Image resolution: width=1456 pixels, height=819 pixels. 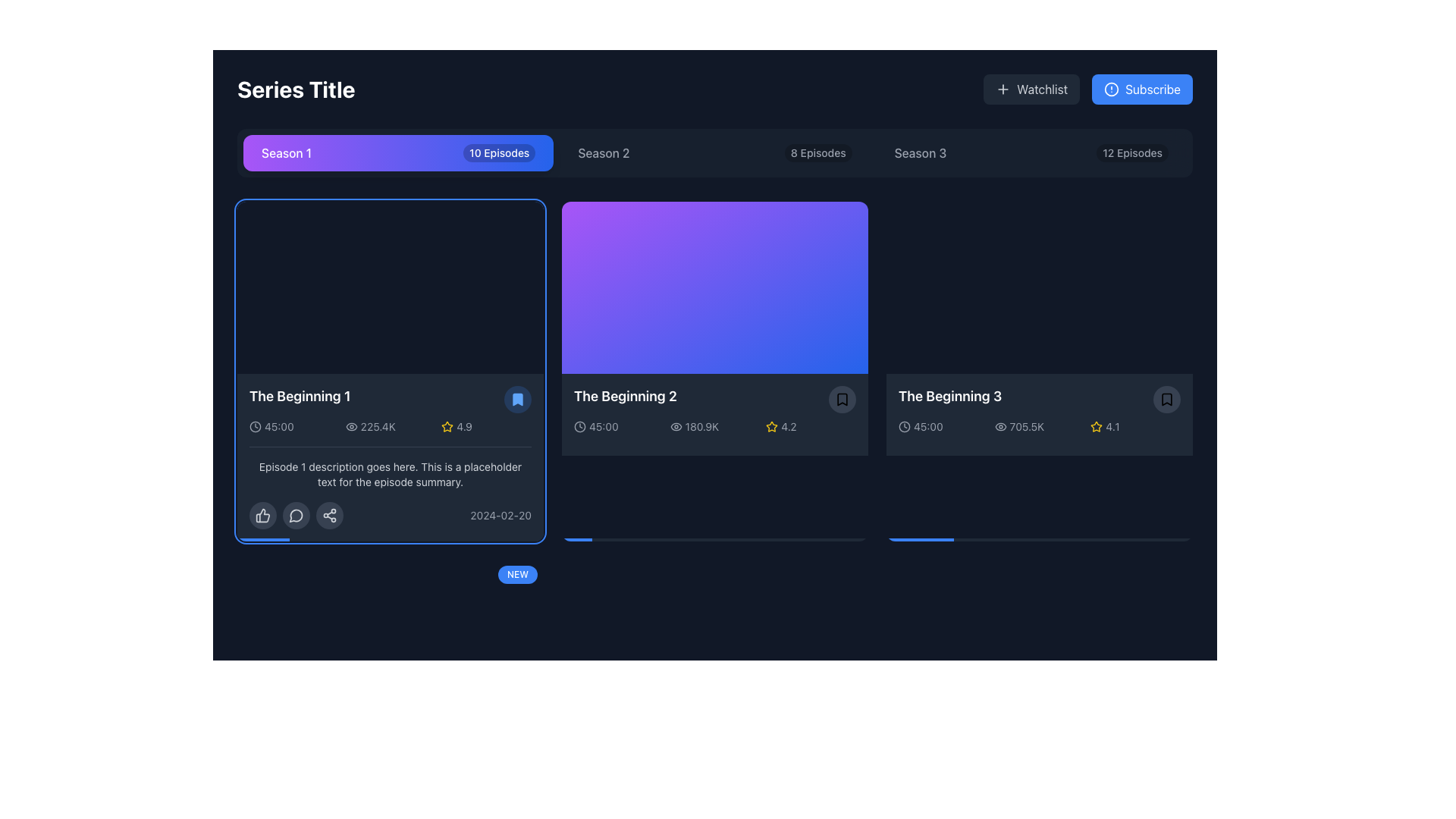 I want to click on text '180.9K' from the informational label that consists of an eye icon and is centrally located below the title 'The Beginning 2', so click(x=714, y=427).